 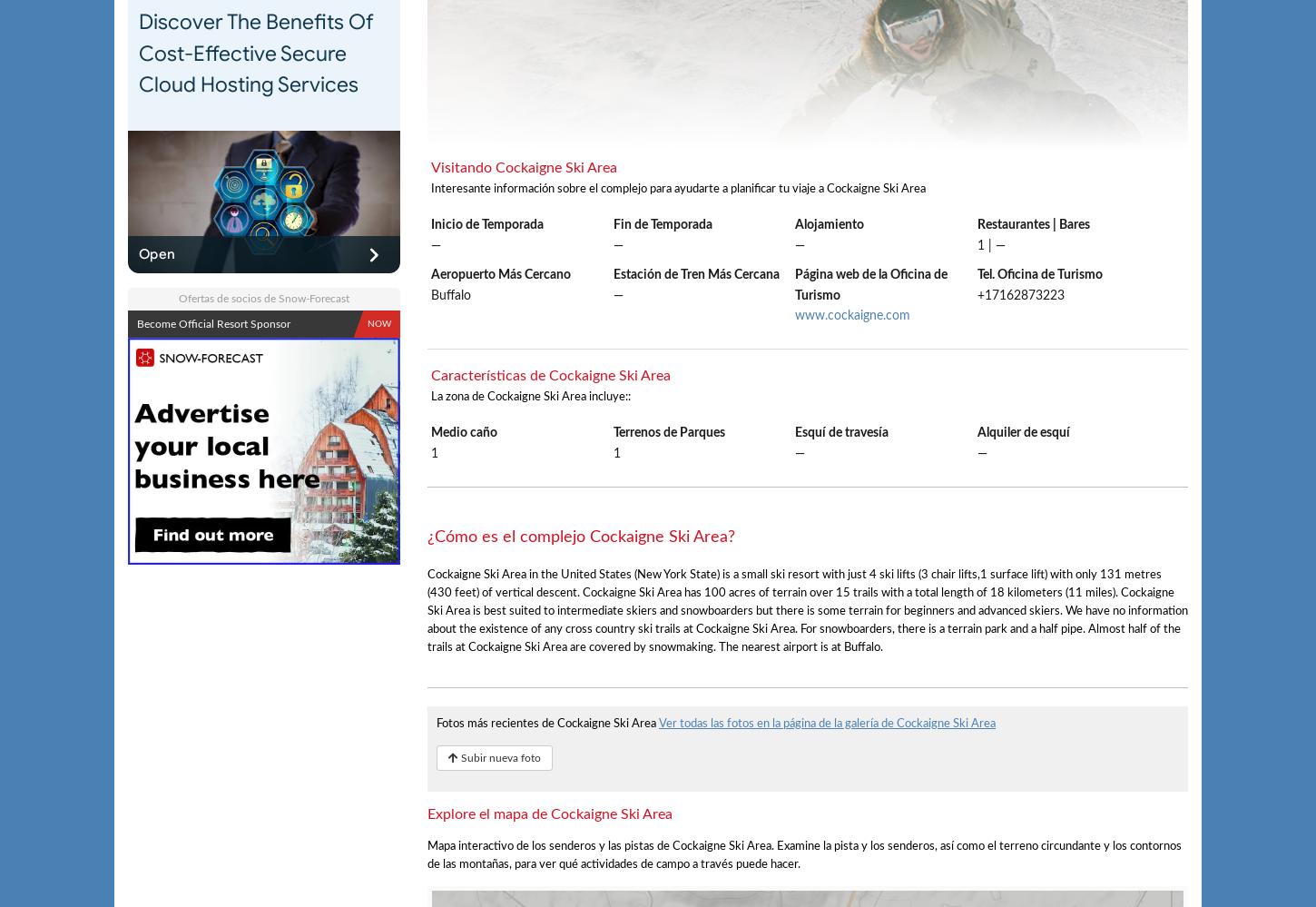 I want to click on 'Página web de la Oficina de Turismo', so click(x=870, y=283).